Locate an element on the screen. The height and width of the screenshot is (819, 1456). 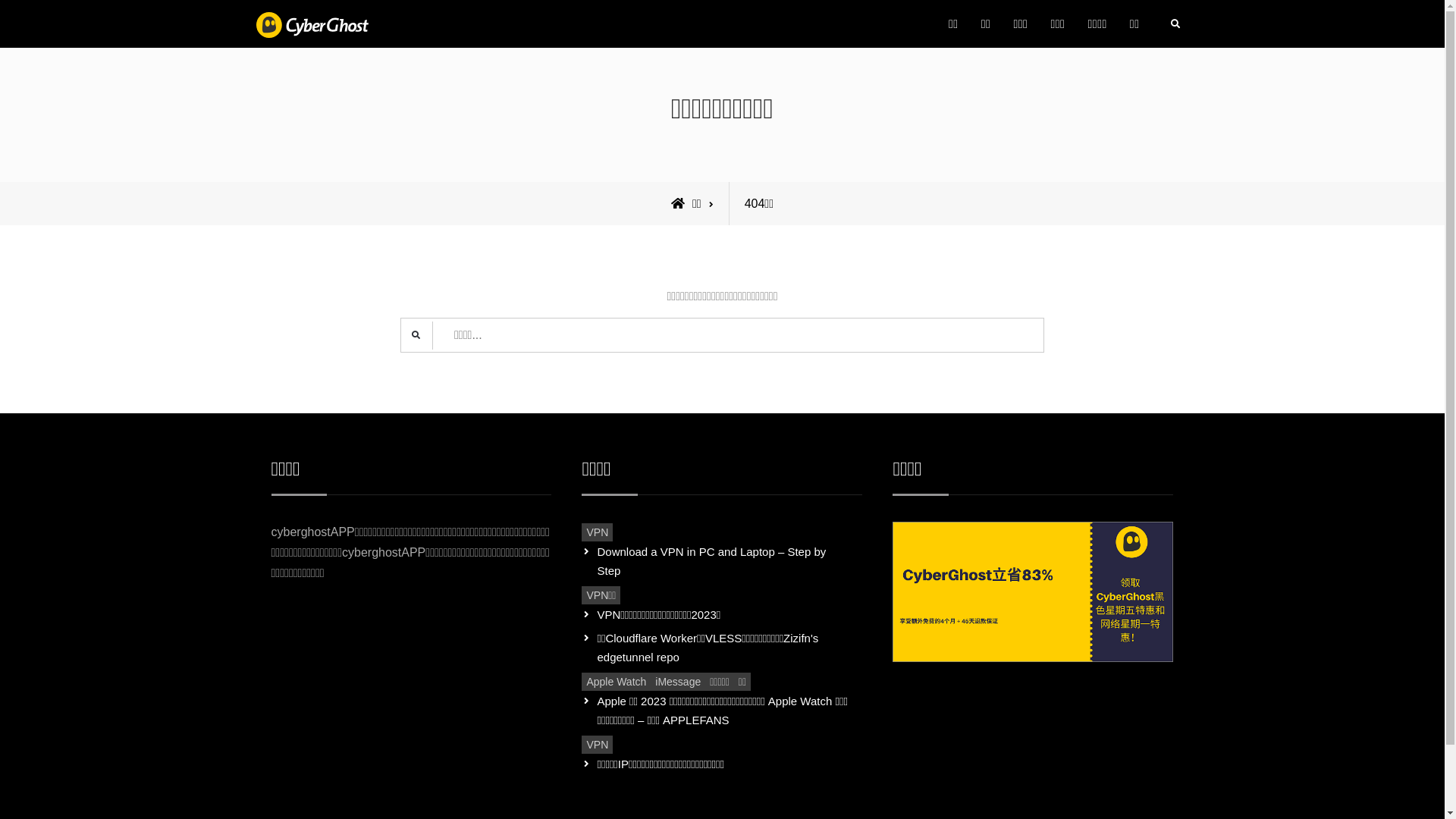
'Search' is located at coordinates (1174, 24).